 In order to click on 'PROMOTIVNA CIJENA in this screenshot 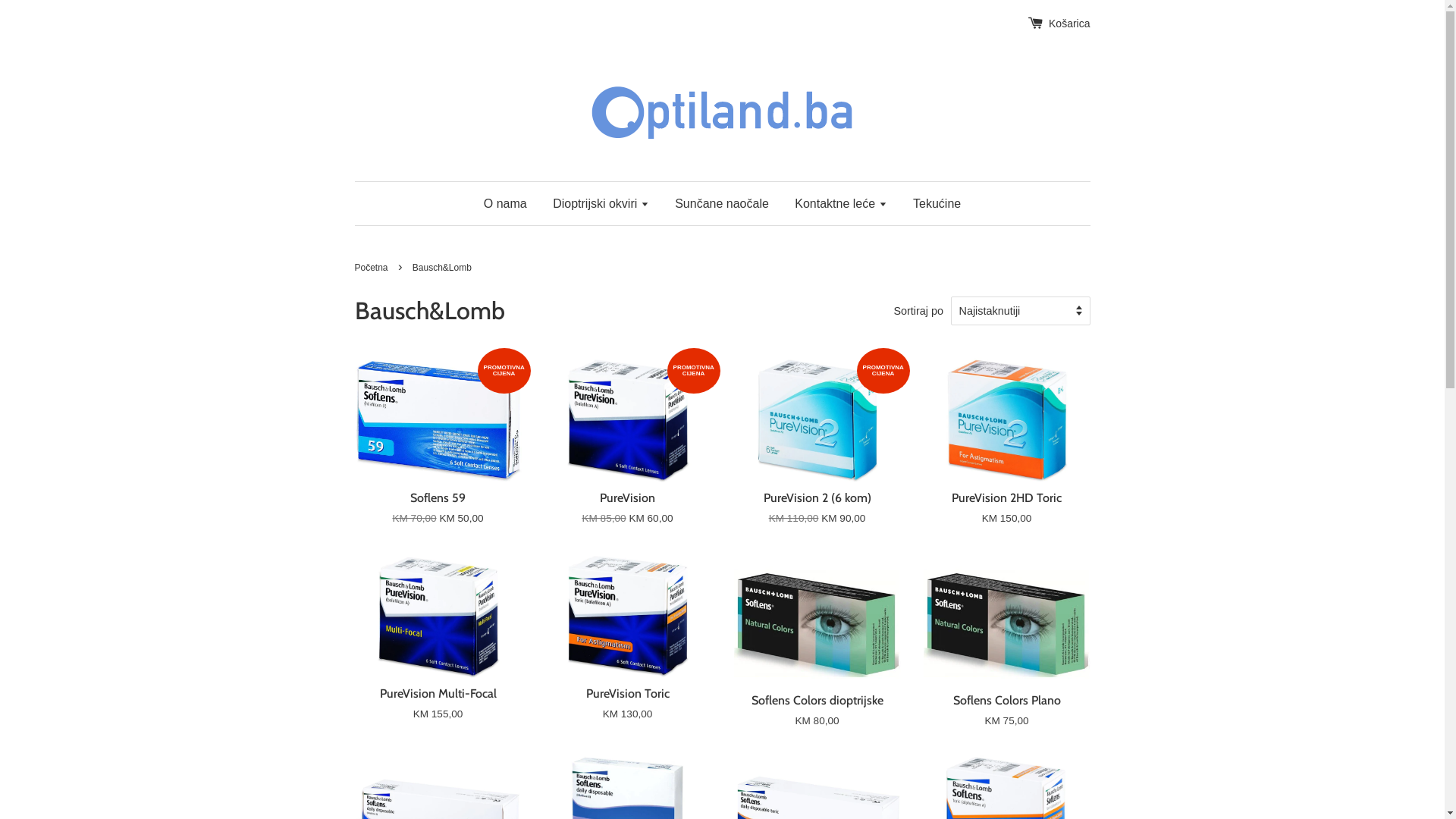, I will do `click(628, 454)`.